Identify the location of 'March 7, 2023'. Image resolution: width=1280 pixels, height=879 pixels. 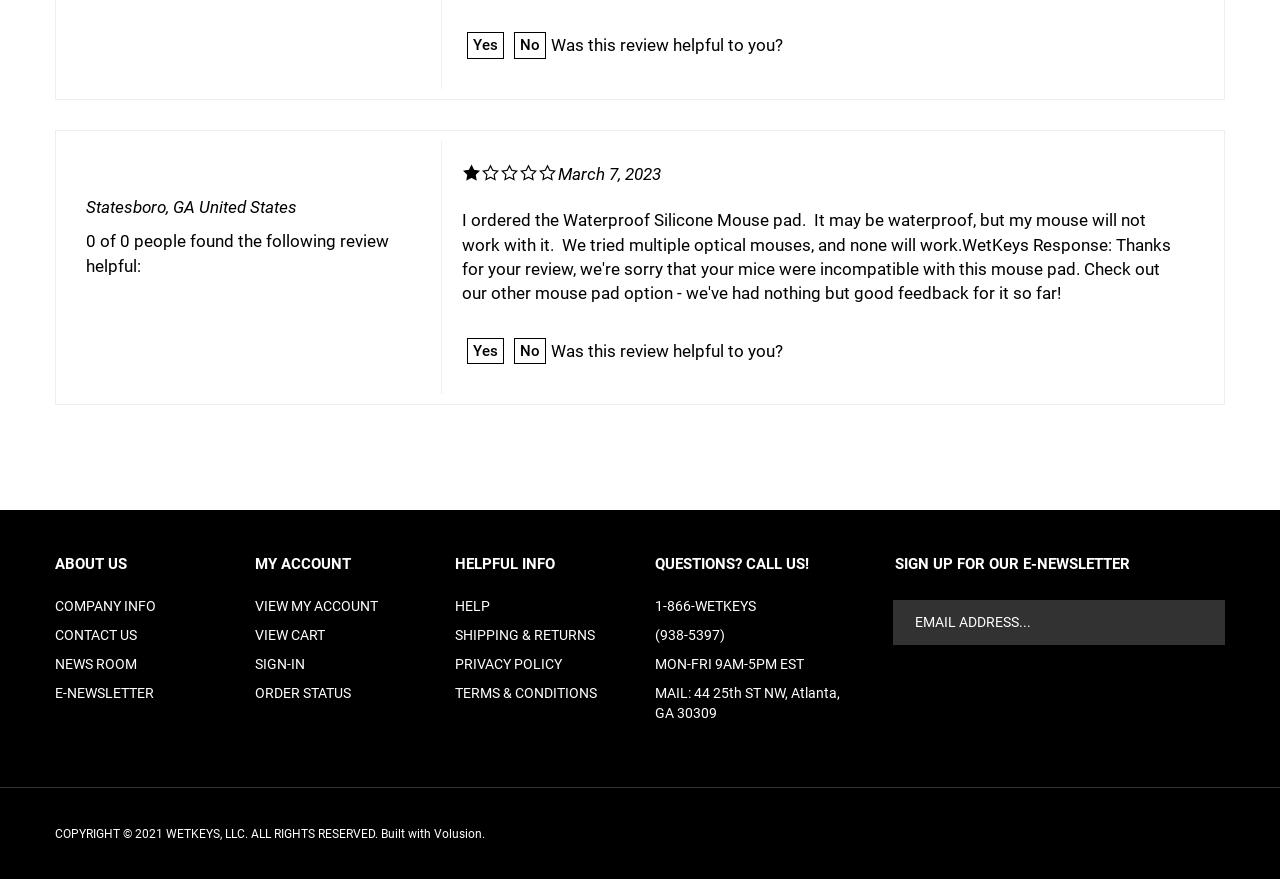
(607, 173).